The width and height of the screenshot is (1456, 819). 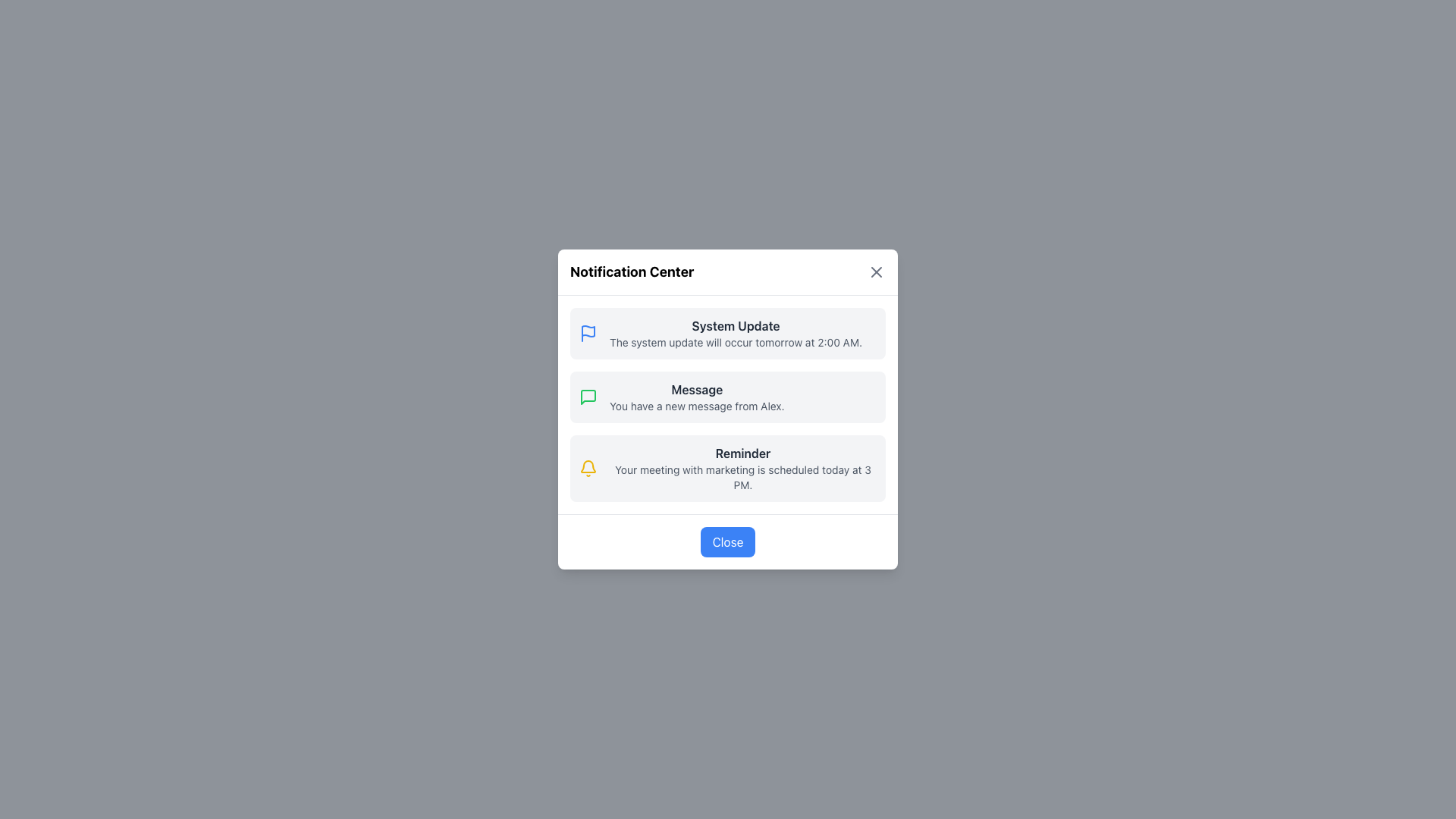 I want to click on the text label displaying 'You have a new message from Alex.', which is located beneath the 'Message' heading in the notification card, so click(x=696, y=406).